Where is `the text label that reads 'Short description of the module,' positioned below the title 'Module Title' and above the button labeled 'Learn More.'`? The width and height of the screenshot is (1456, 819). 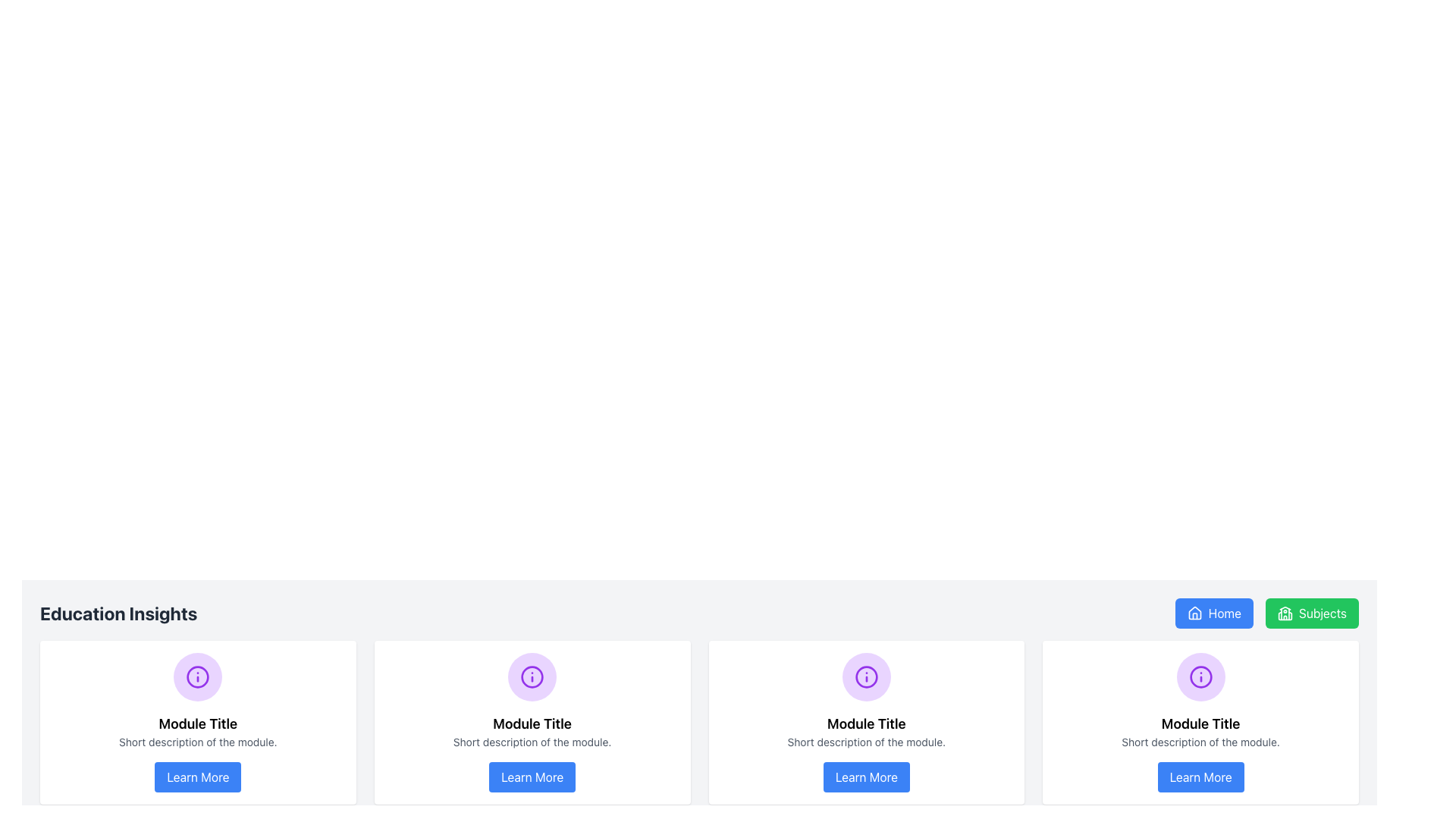
the text label that reads 'Short description of the module,' positioned below the title 'Module Title' and above the button labeled 'Learn More.' is located at coordinates (532, 742).